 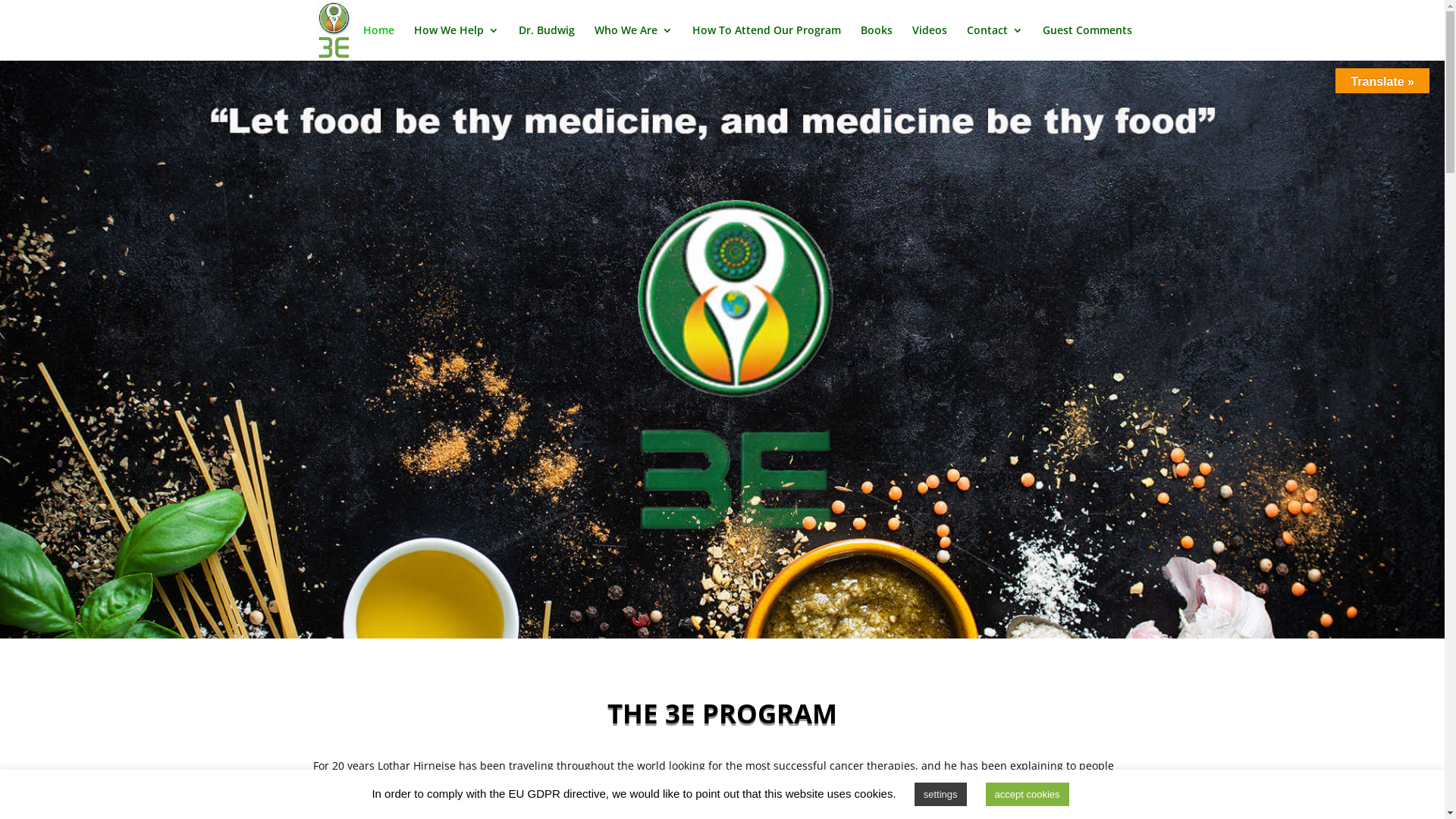 I want to click on 'Dr. Budwig', so click(x=546, y=42).